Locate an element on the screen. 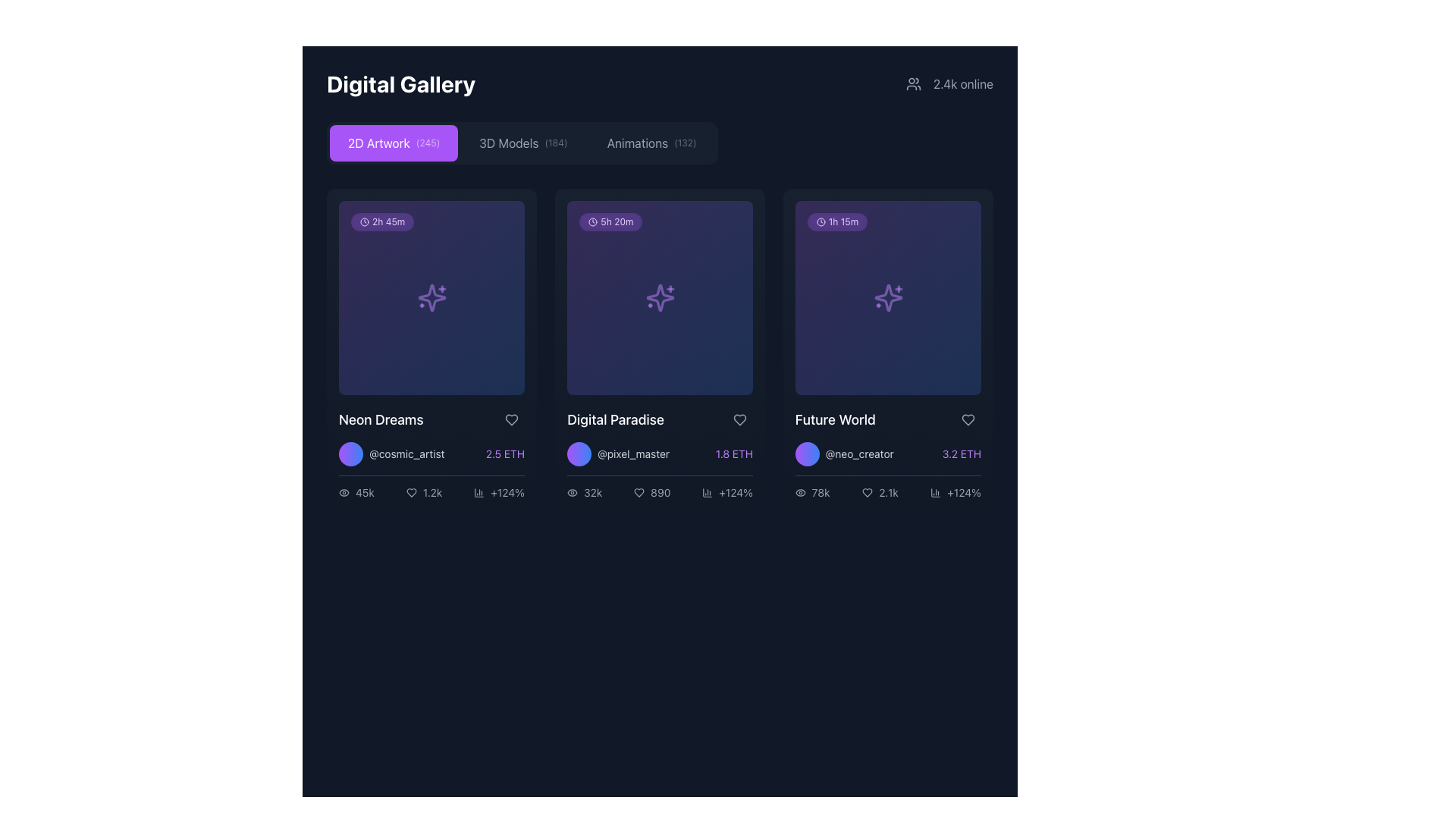  the heart icon located in the bottom section of the 'Digital Paradise' card to like or favorite the content is located at coordinates (639, 493).